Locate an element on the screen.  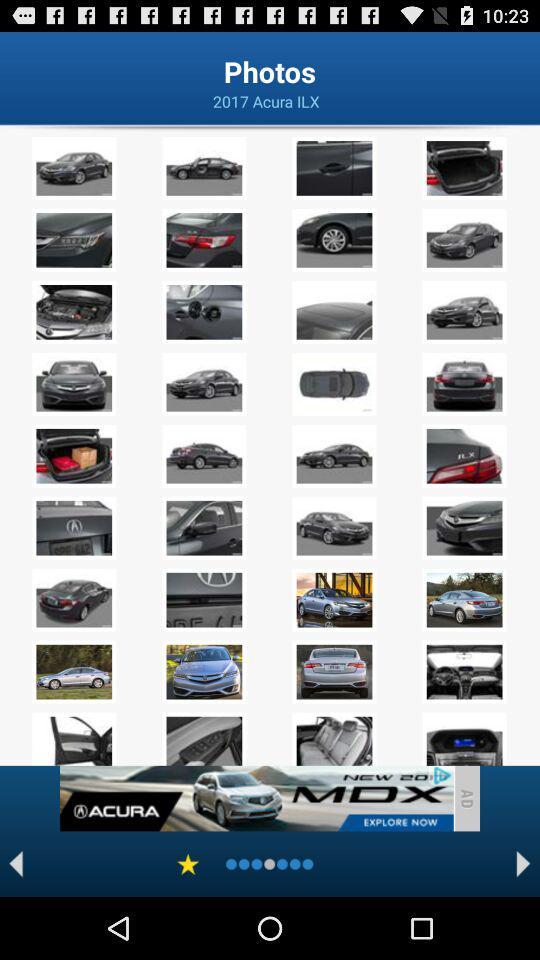
an advertisement is located at coordinates (256, 798).